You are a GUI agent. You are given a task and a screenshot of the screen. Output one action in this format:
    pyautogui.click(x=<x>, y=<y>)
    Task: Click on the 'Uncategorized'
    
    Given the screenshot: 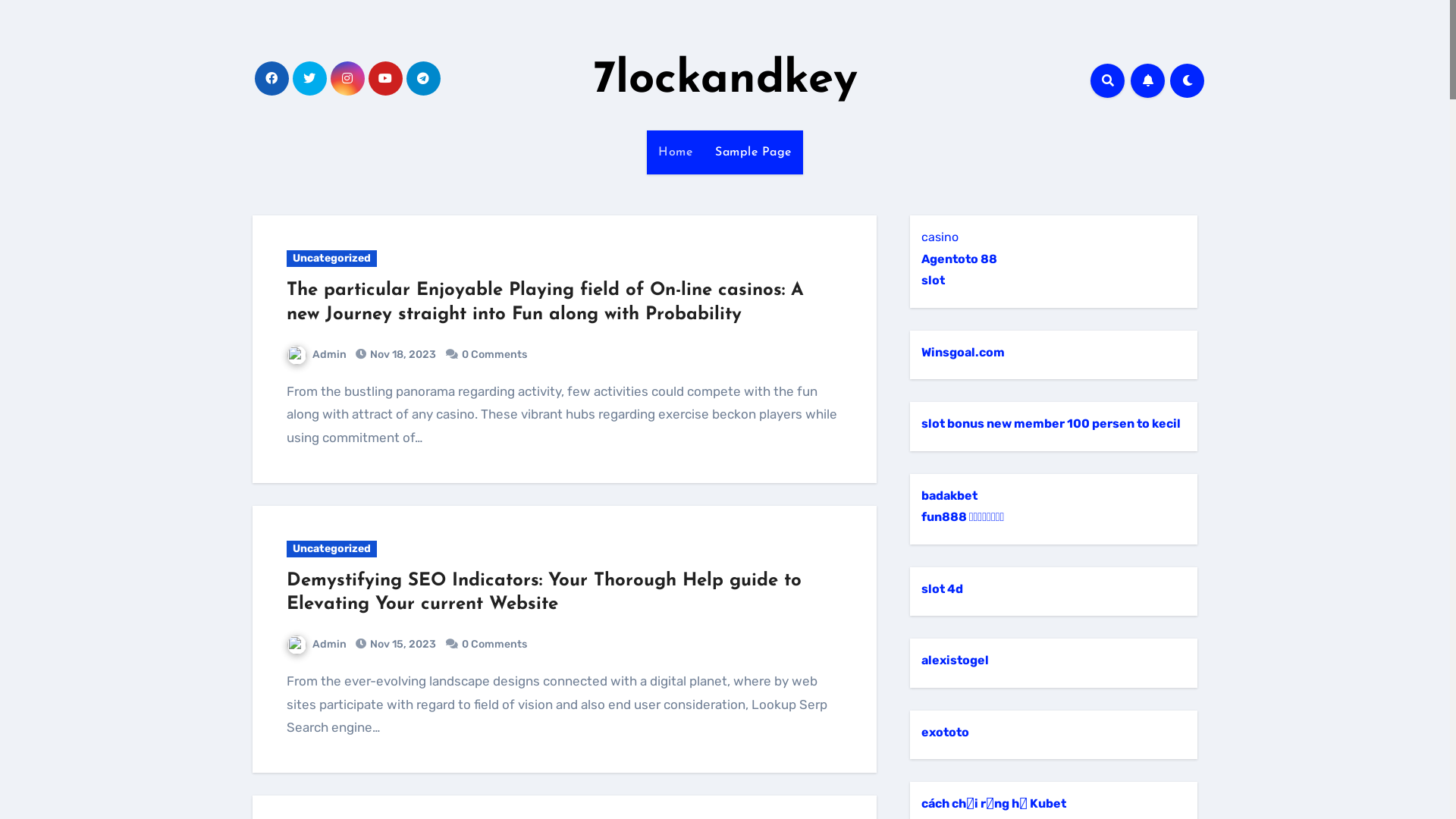 What is the action you would take?
    pyautogui.click(x=331, y=549)
    